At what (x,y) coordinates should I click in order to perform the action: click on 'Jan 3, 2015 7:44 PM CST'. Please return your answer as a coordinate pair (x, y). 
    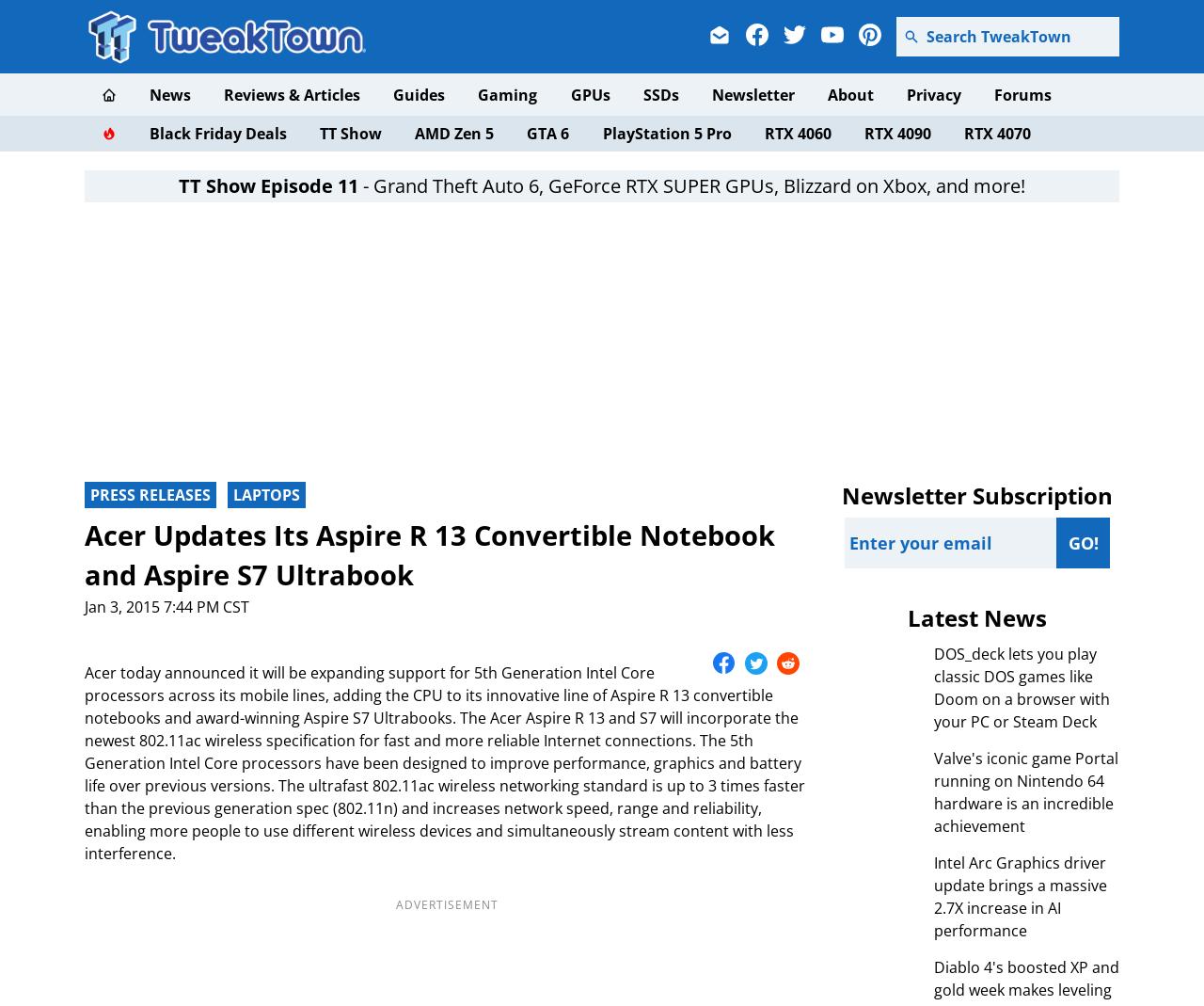
    Looking at the image, I should click on (166, 606).